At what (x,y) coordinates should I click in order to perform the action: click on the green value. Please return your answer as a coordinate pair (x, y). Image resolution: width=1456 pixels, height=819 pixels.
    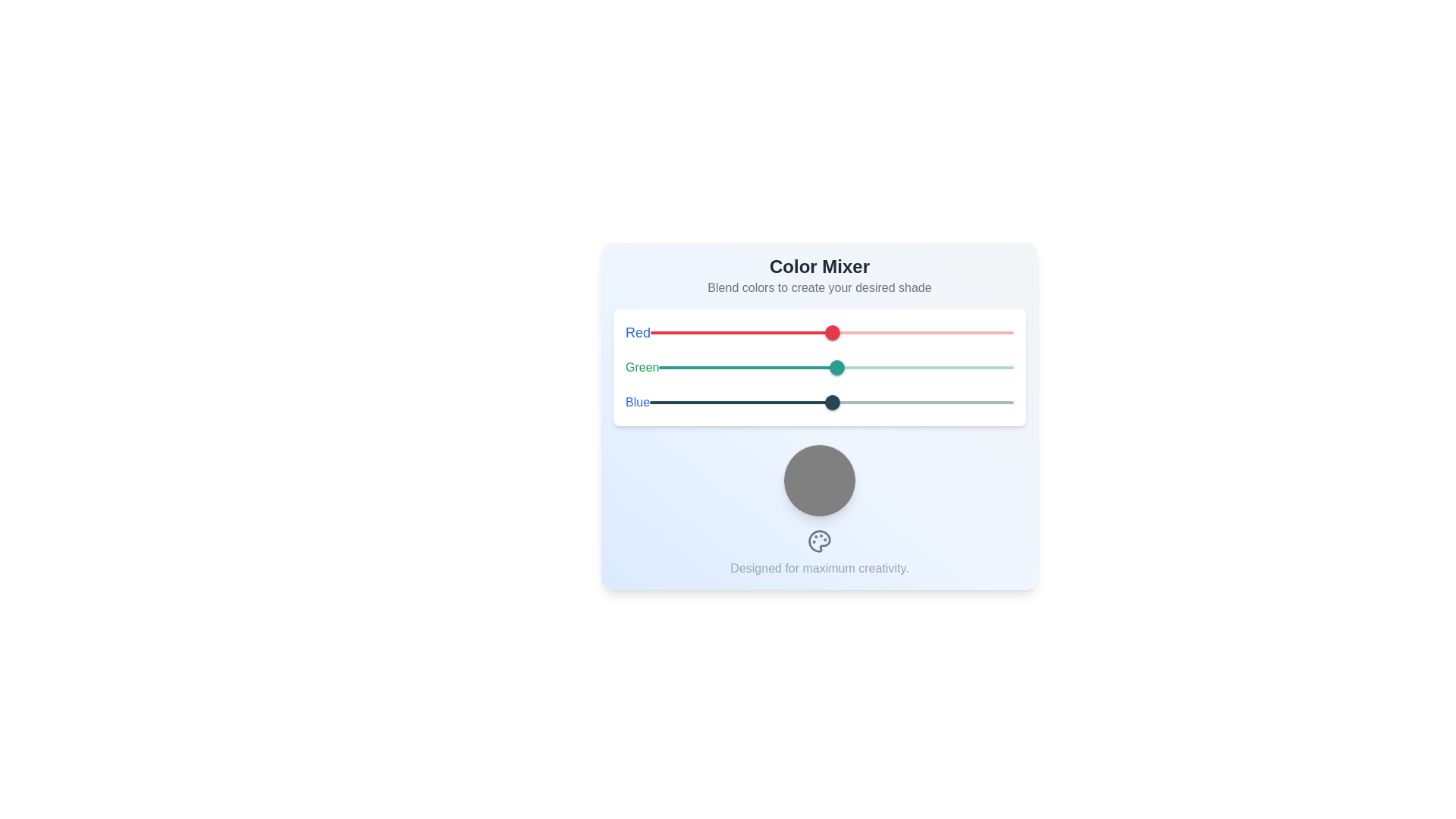
    Looking at the image, I should click on (871, 368).